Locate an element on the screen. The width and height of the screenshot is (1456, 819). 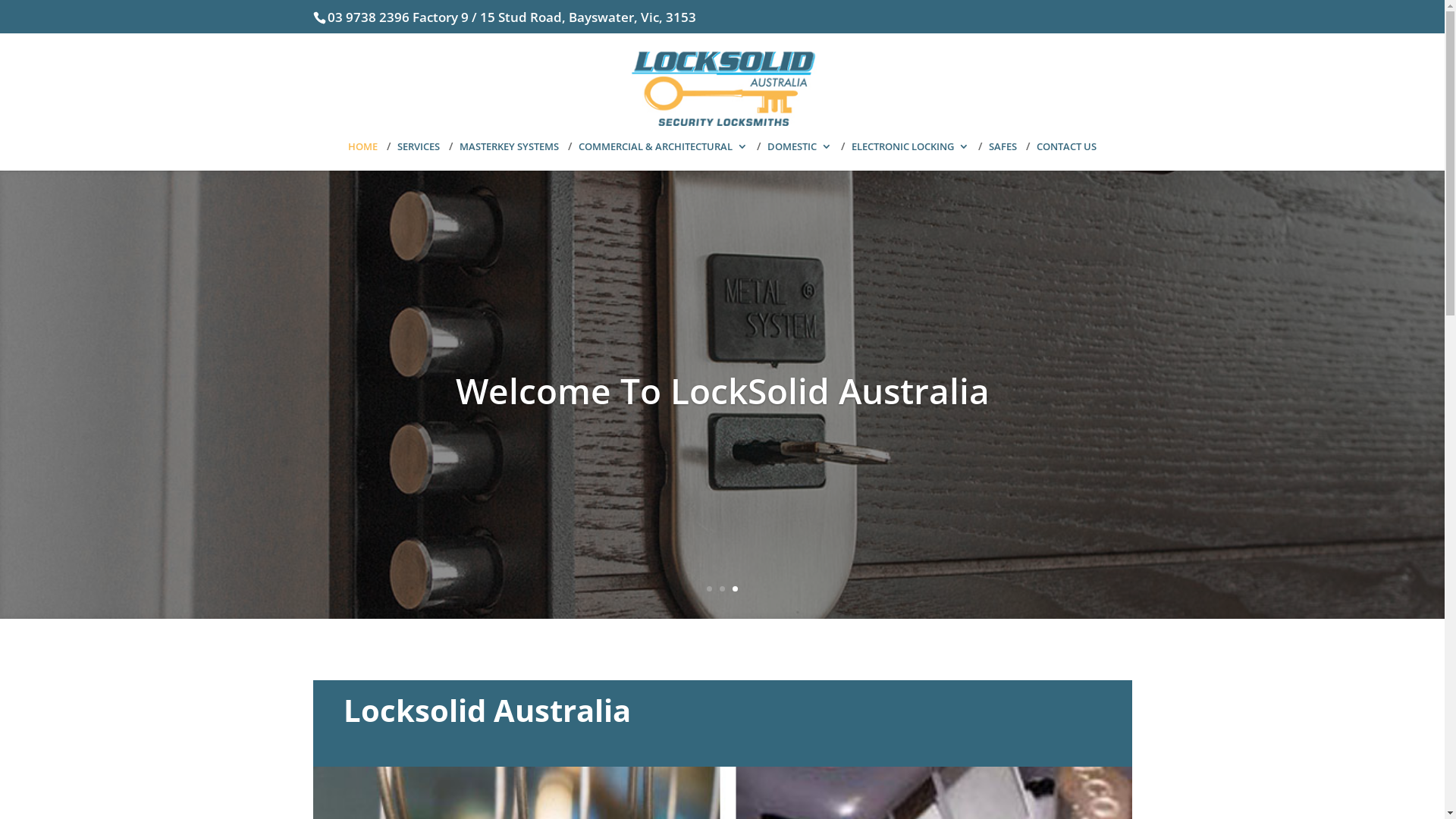
'2' is located at coordinates (721, 588).